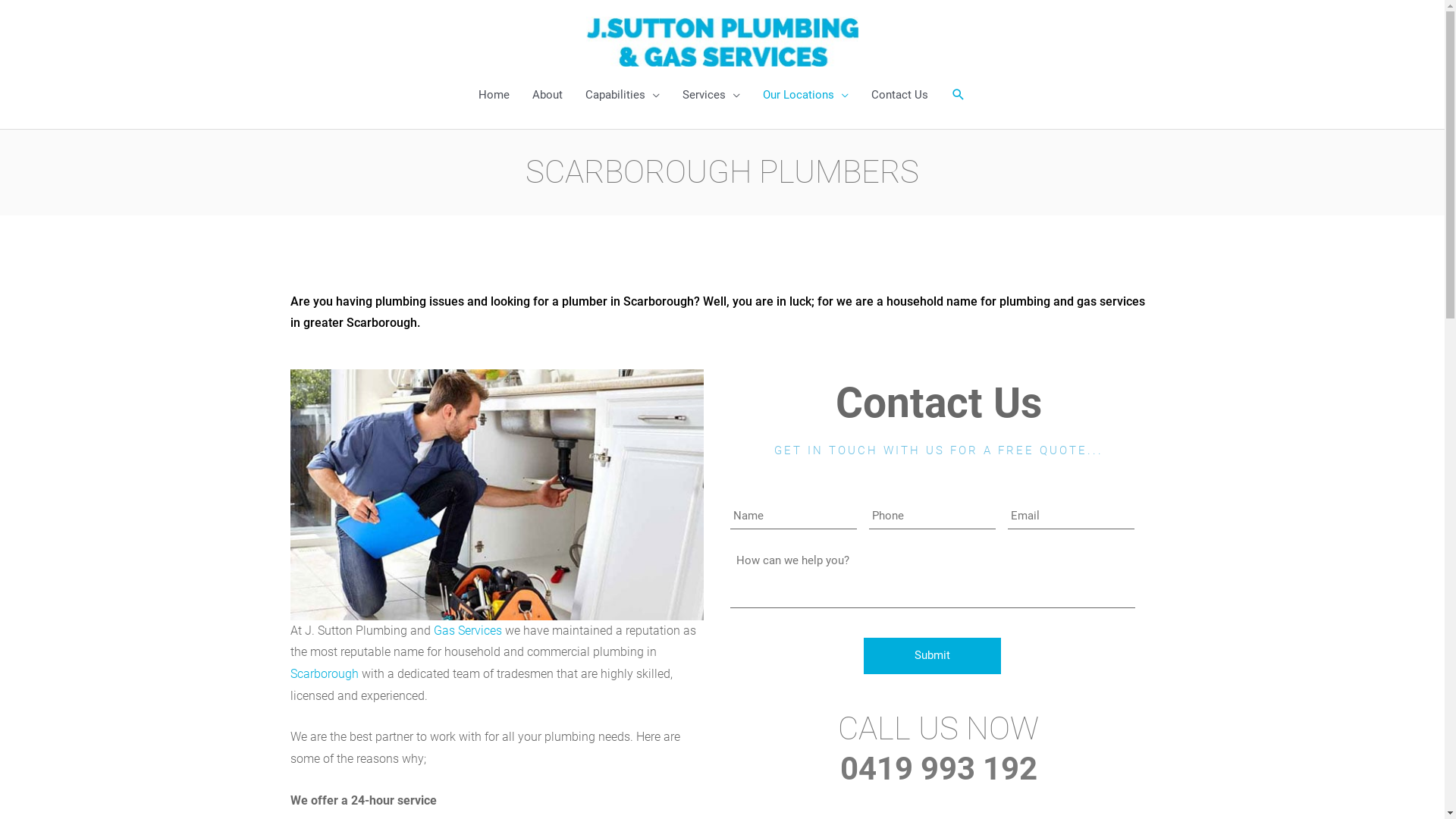  I want to click on 'Scarborough', so click(323, 673).